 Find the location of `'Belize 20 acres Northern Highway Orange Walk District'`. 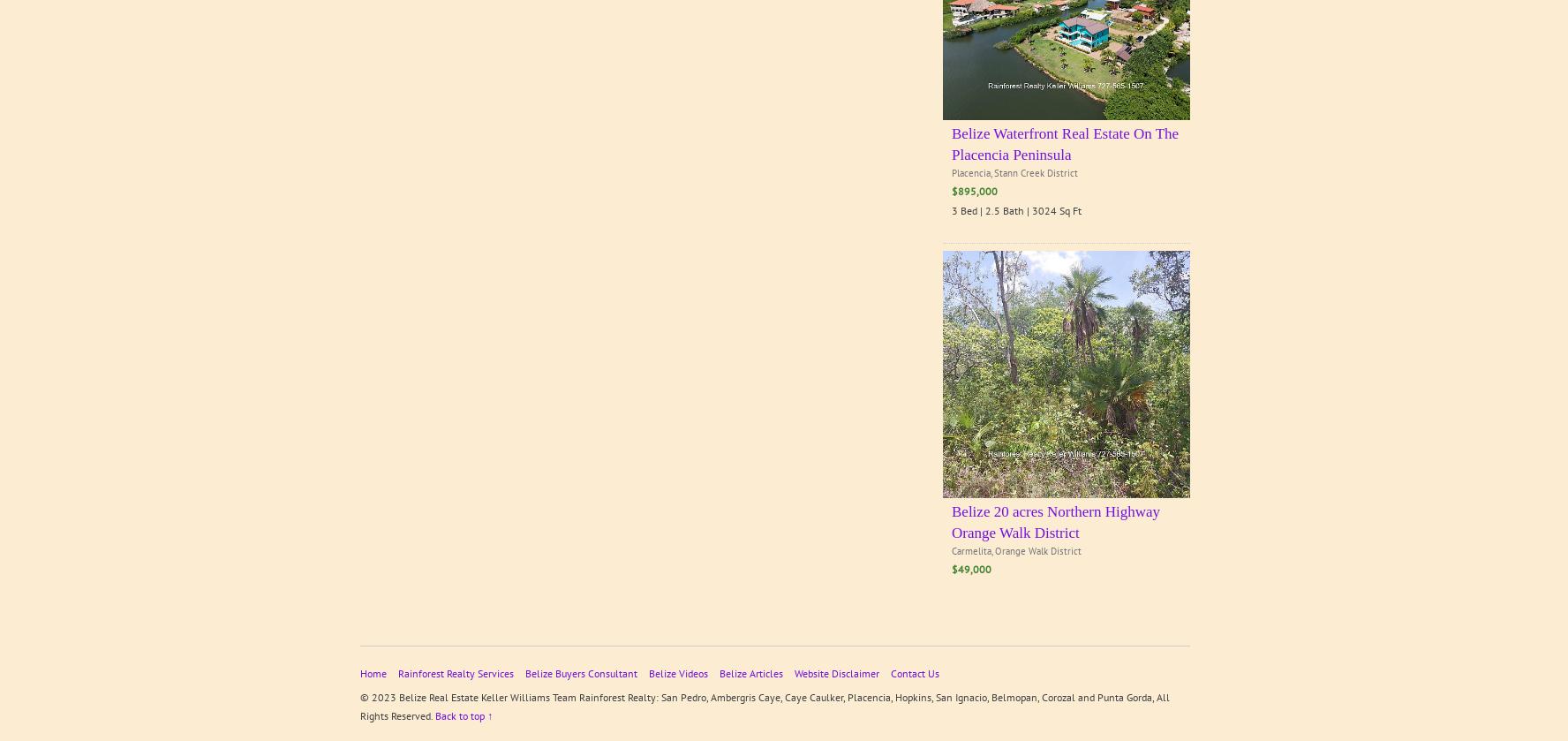

'Belize 20 acres Northern Highway Orange Walk District' is located at coordinates (1054, 521).